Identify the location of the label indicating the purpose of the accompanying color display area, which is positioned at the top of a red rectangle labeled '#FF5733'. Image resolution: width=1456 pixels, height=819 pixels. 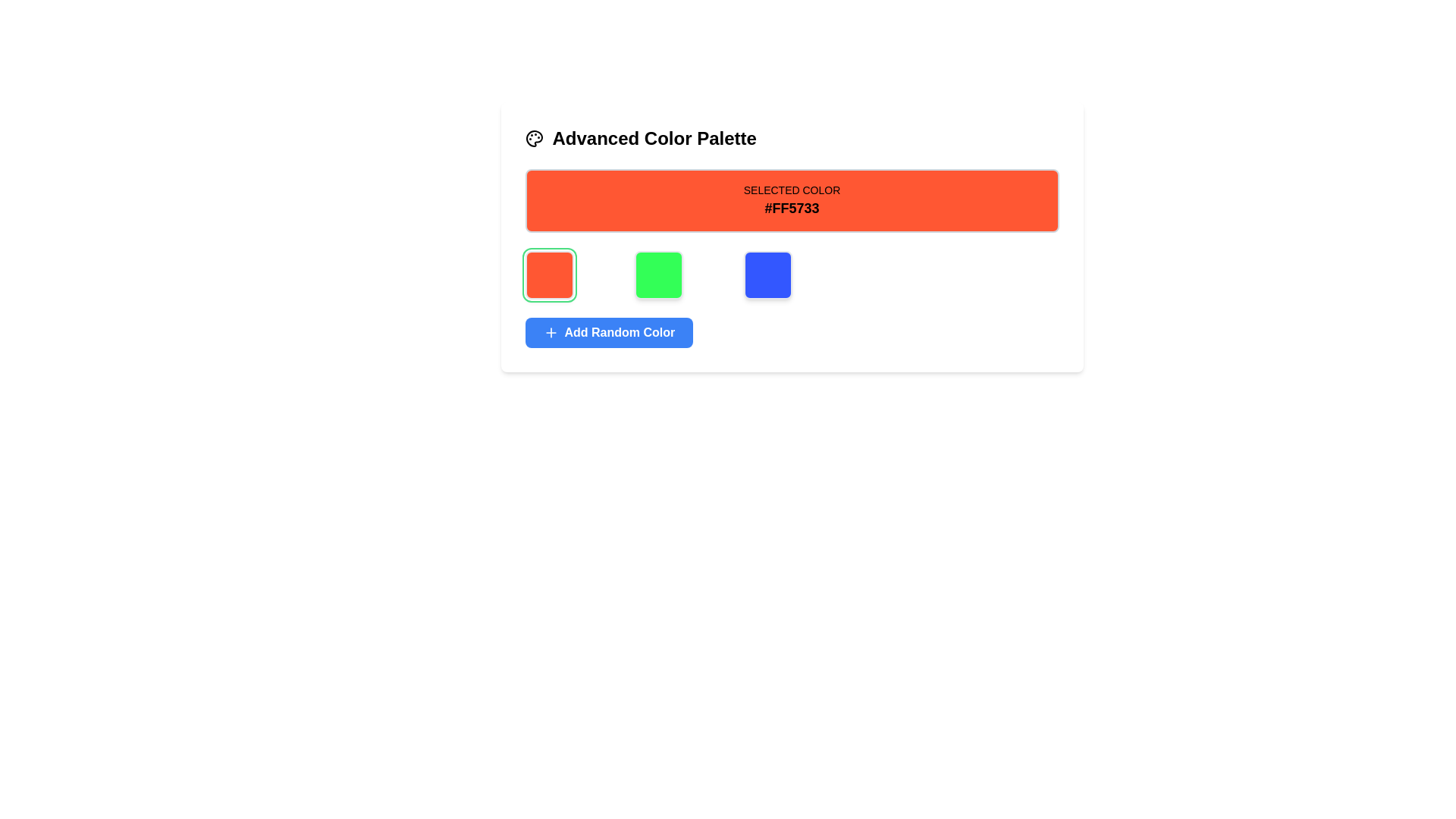
(791, 189).